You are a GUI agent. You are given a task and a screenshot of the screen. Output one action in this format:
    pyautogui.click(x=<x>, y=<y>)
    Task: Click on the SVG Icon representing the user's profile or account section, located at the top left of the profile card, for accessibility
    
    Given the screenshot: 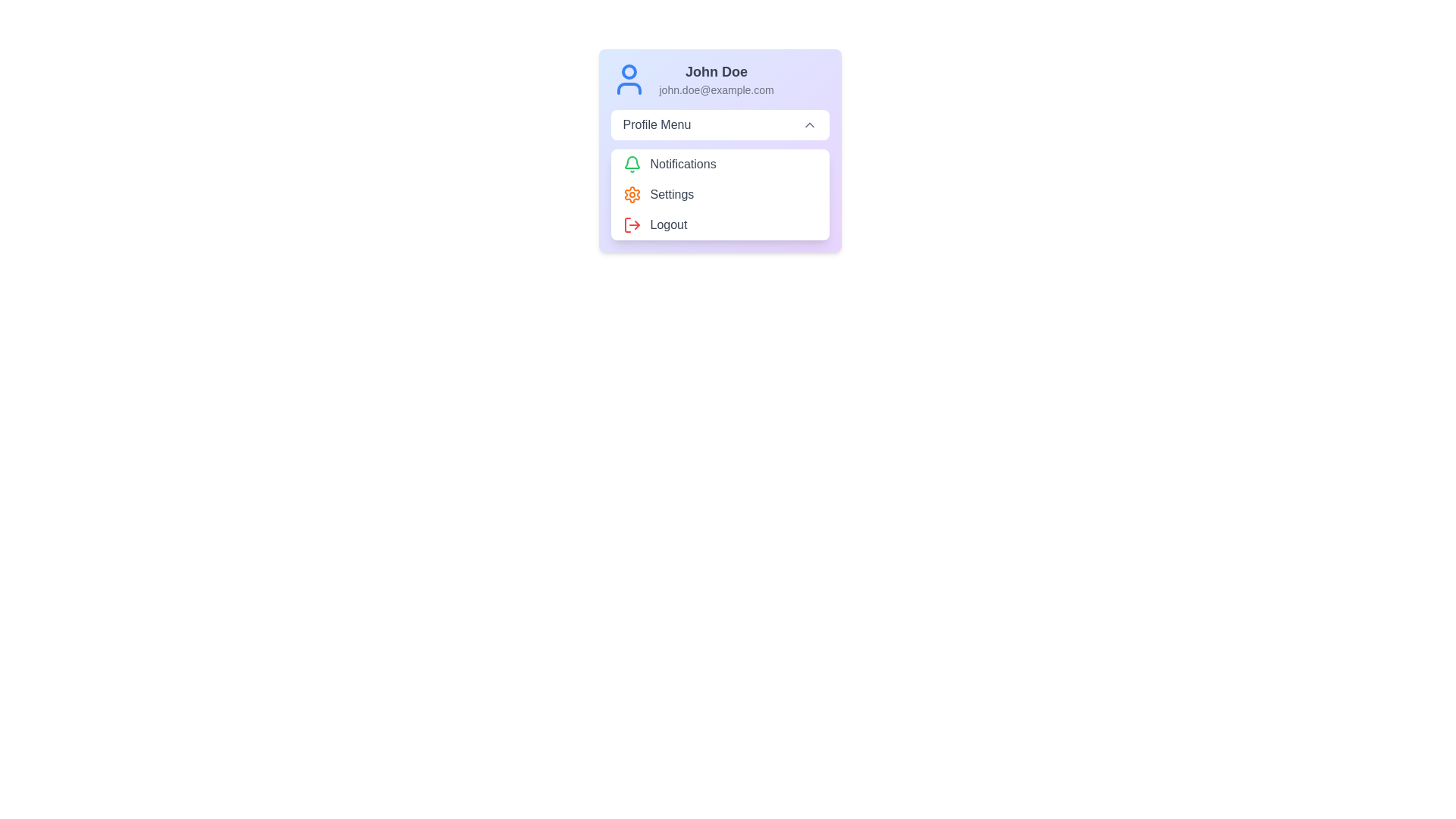 What is the action you would take?
    pyautogui.click(x=629, y=79)
    